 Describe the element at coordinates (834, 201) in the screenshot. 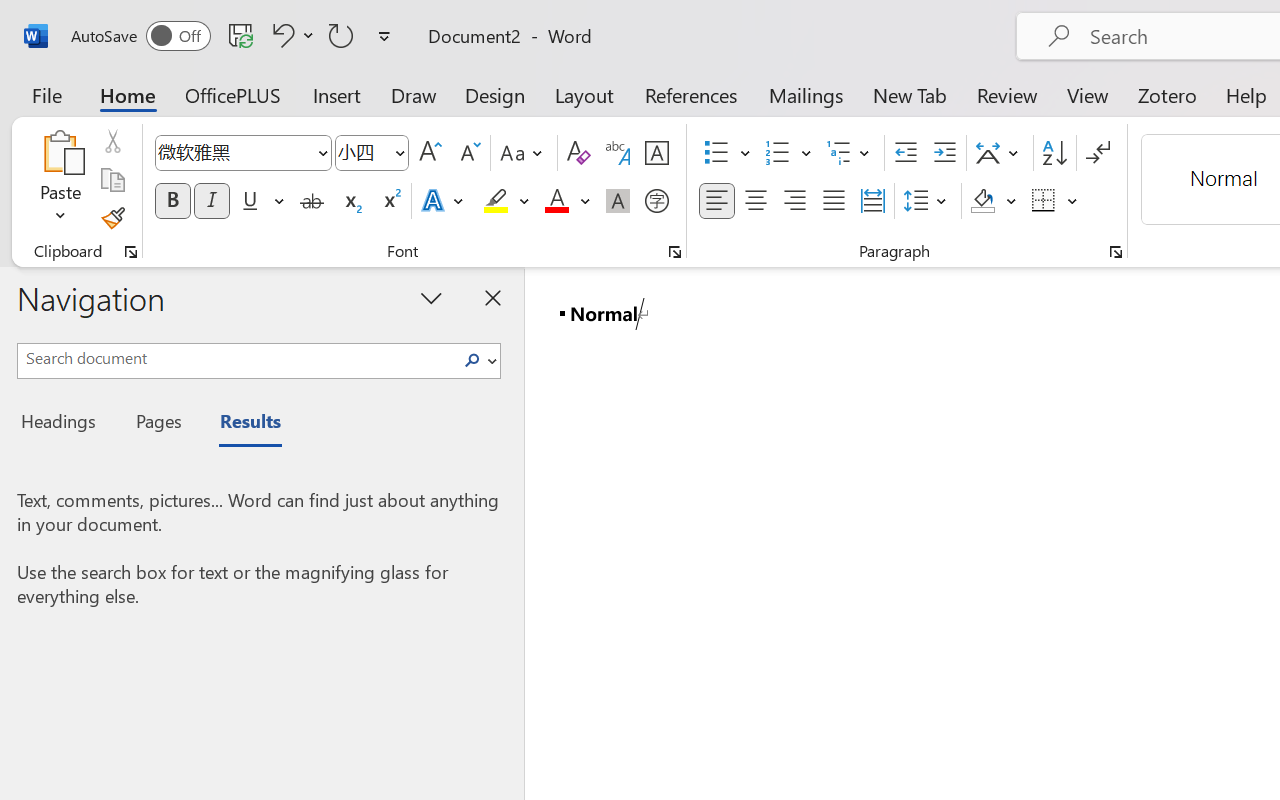

I see `'Justify'` at that location.